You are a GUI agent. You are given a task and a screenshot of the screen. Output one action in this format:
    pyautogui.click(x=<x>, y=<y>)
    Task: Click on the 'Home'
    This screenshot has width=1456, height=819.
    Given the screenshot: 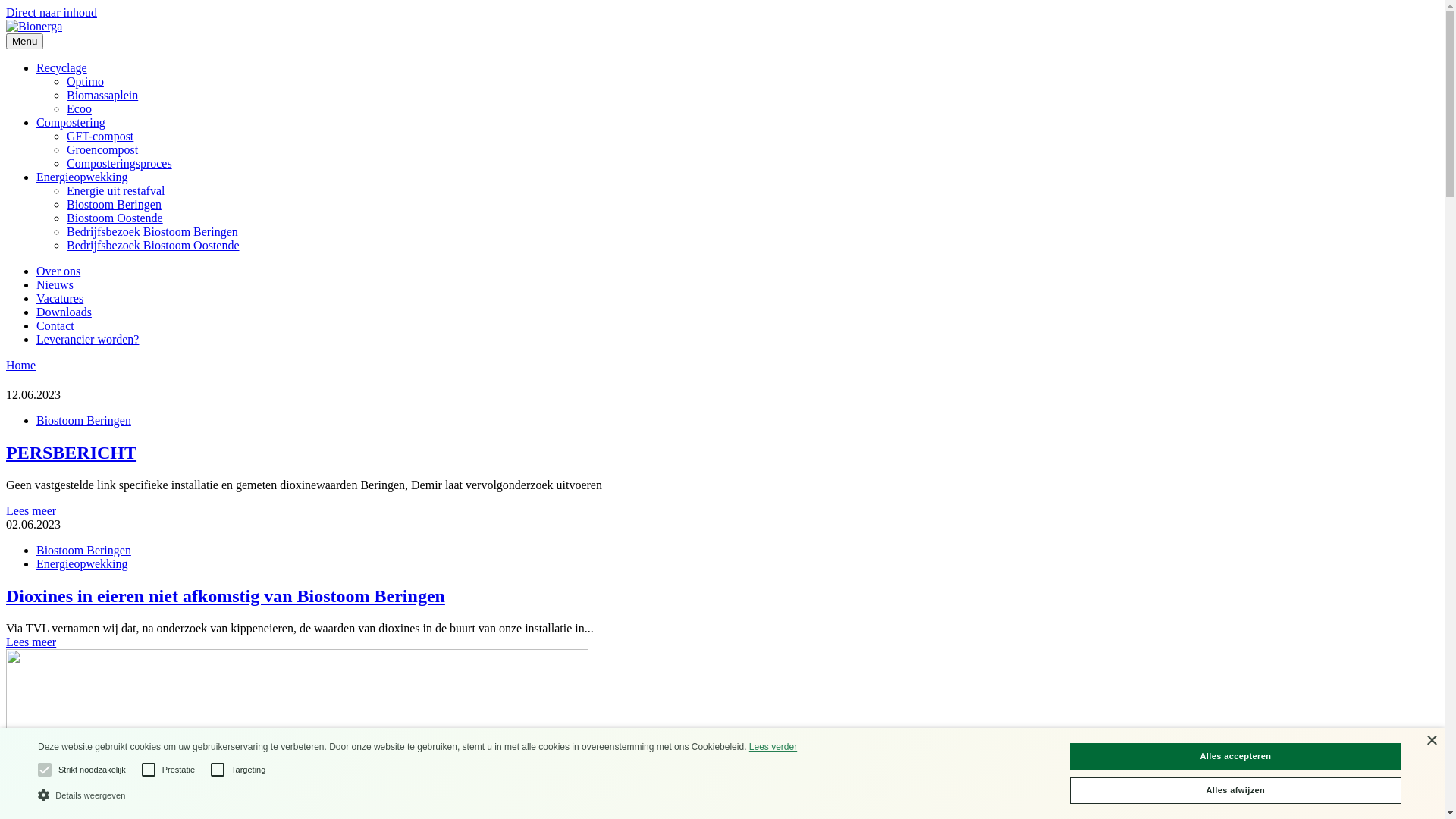 What is the action you would take?
    pyautogui.click(x=20, y=365)
    